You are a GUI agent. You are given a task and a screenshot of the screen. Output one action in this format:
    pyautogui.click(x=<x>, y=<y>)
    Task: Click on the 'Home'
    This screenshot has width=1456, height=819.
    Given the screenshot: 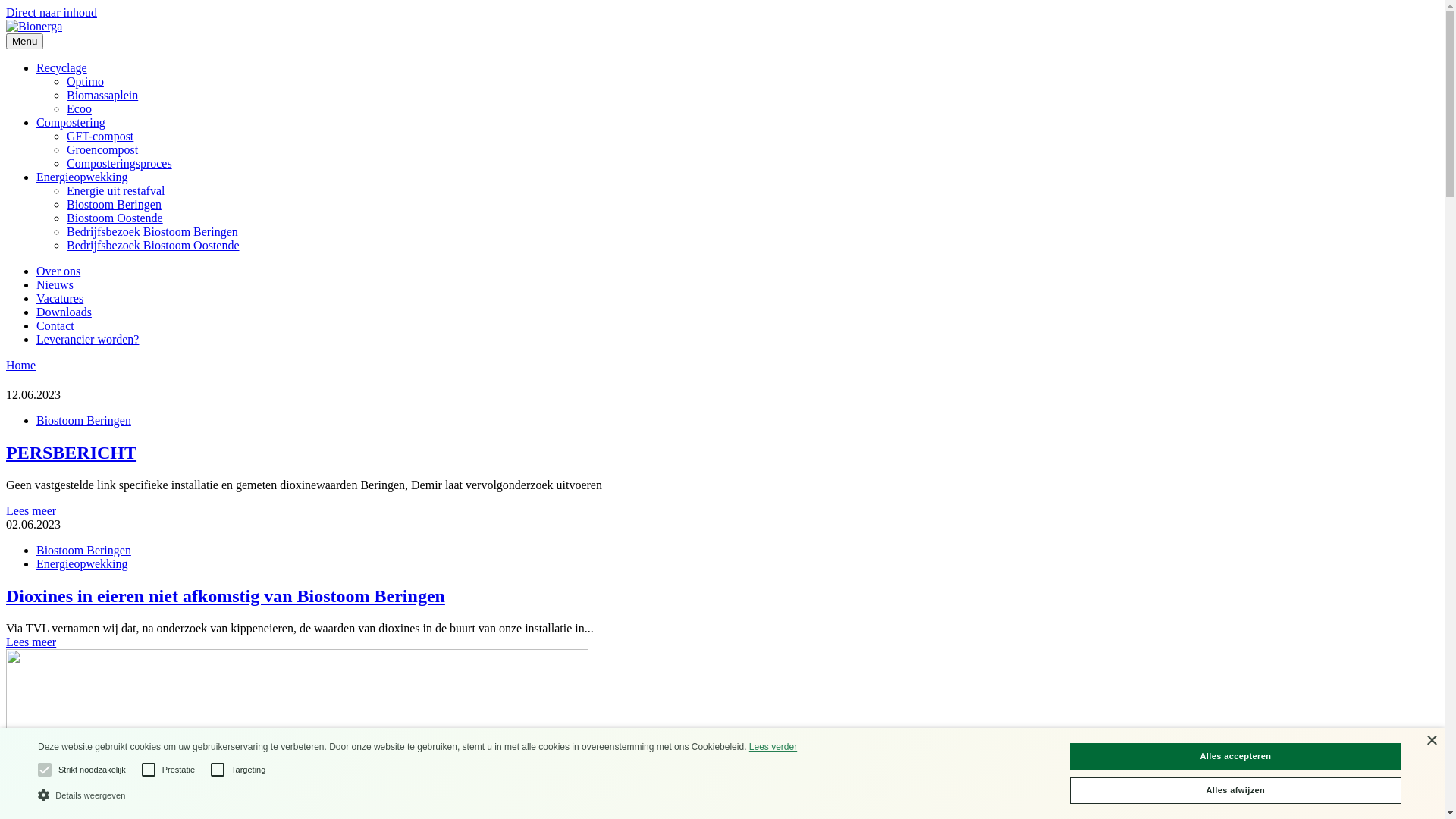 What is the action you would take?
    pyautogui.click(x=20, y=365)
    